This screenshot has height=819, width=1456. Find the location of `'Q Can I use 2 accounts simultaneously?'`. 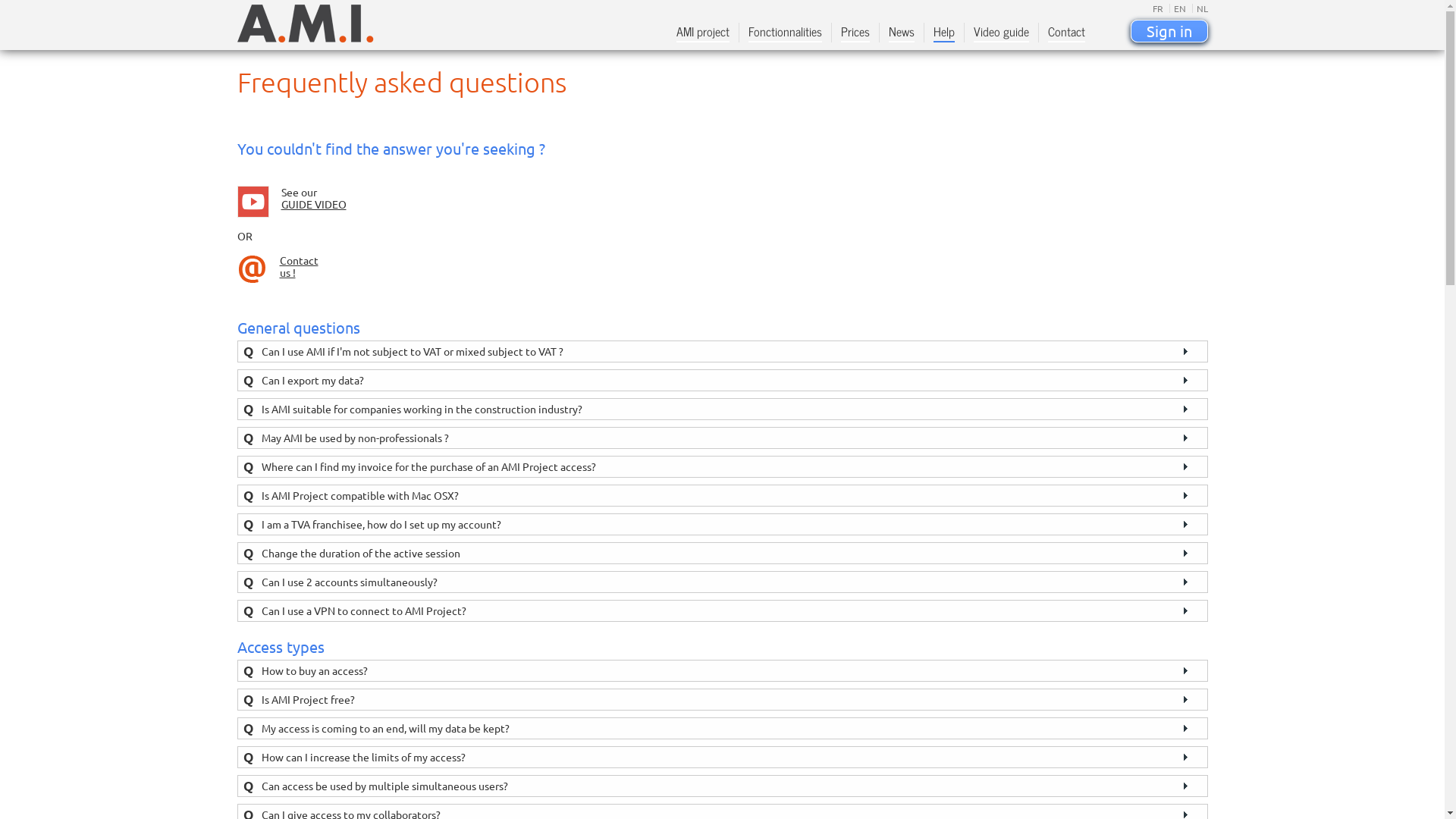

'Q Can I use 2 accounts simultaneously?' is located at coordinates (720, 581).